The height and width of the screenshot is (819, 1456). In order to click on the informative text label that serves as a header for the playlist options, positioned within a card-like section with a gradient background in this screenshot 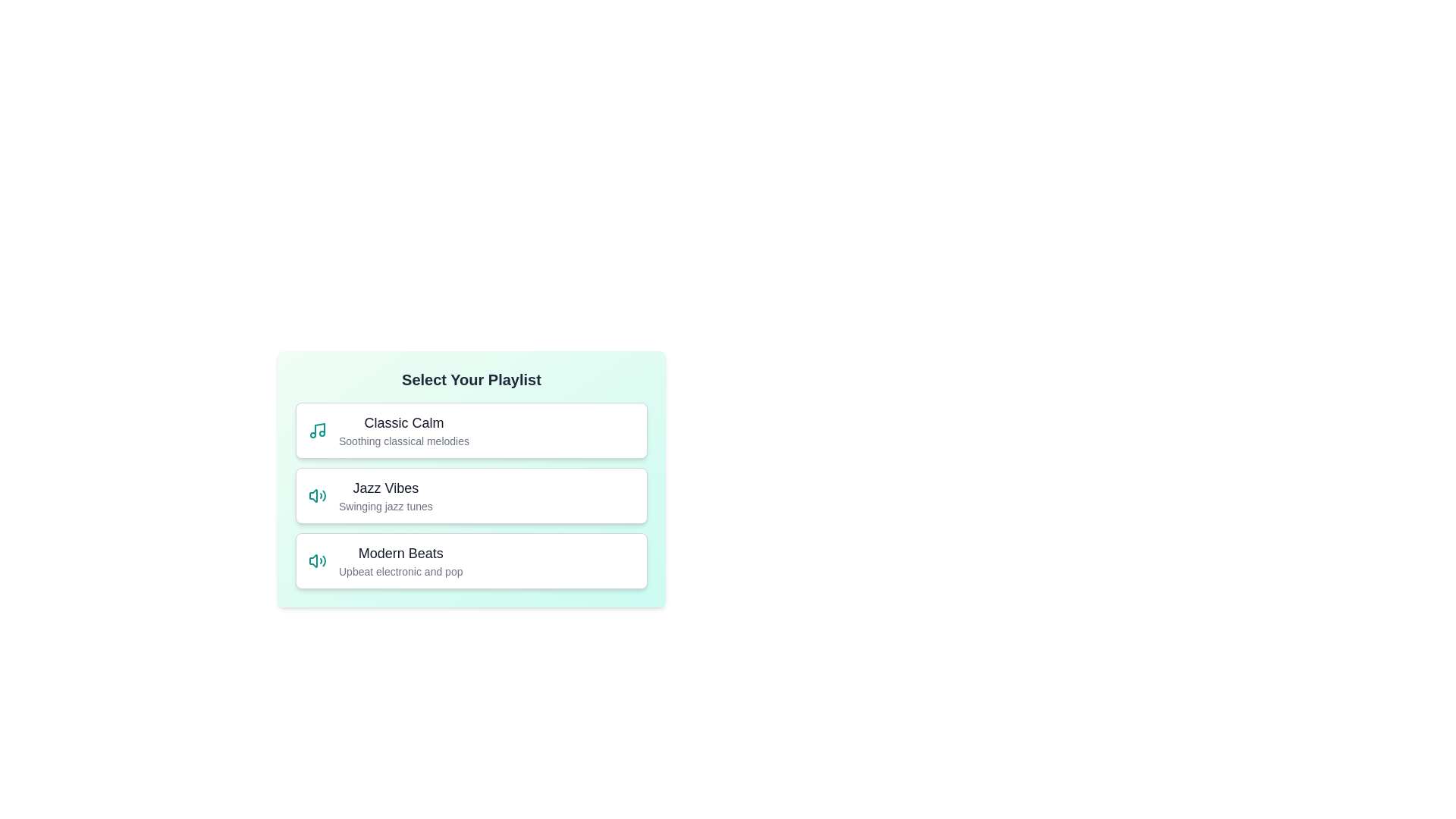, I will do `click(471, 379)`.